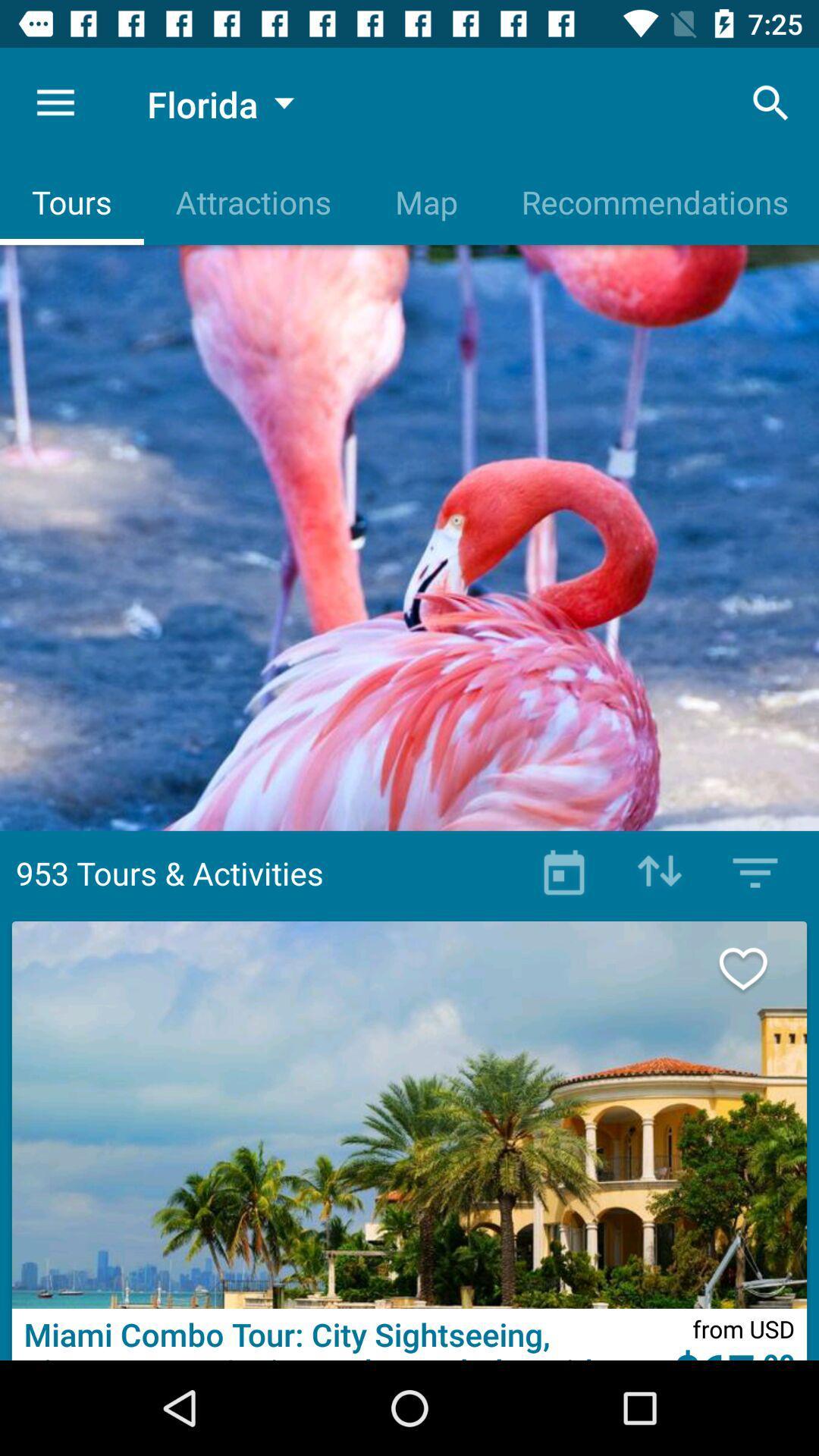  I want to click on heart sympol buttton, so click(759, 968).